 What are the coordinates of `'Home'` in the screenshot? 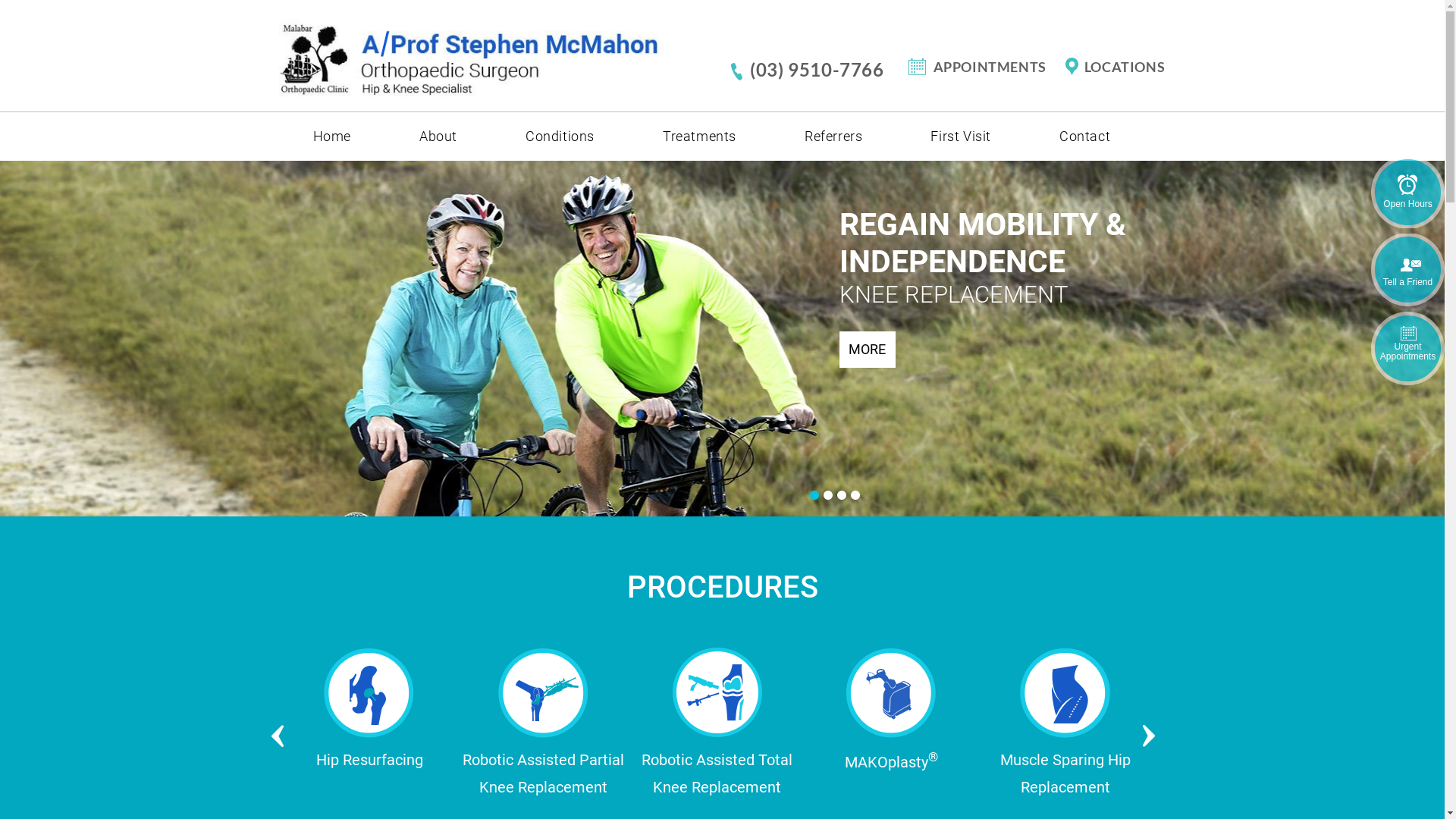 It's located at (331, 136).